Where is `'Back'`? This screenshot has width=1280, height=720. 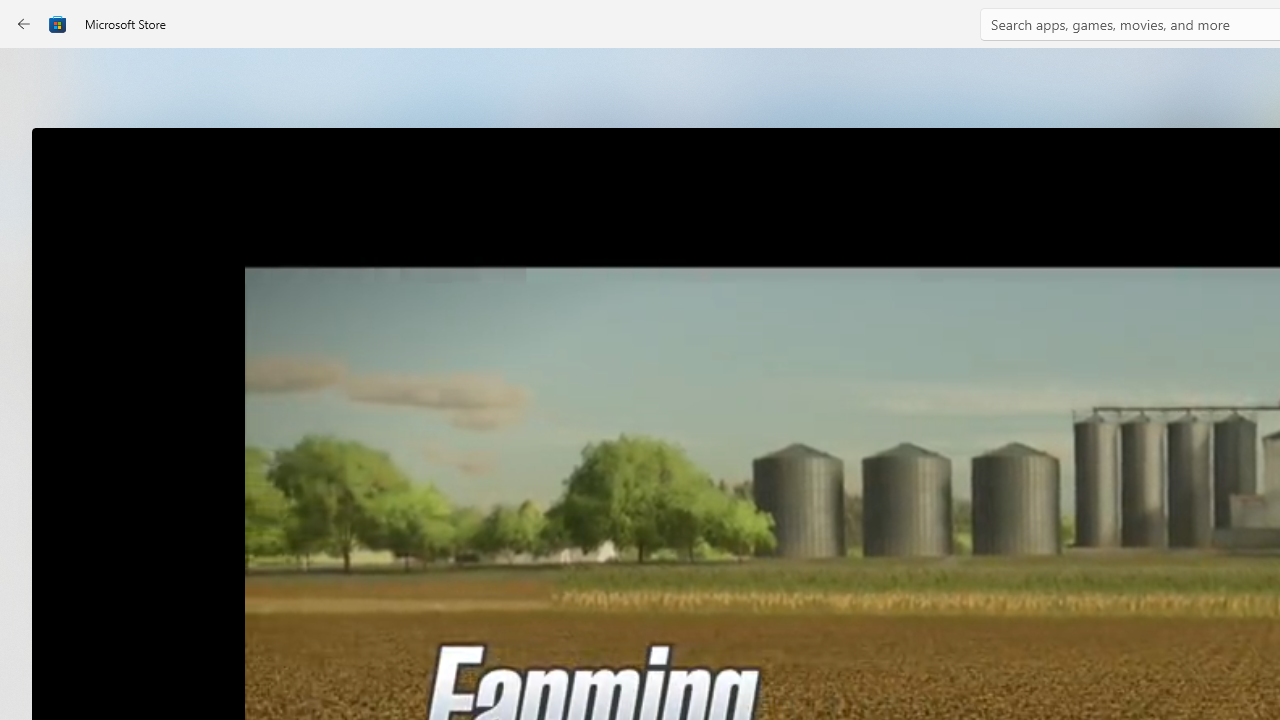 'Back' is located at coordinates (24, 24).